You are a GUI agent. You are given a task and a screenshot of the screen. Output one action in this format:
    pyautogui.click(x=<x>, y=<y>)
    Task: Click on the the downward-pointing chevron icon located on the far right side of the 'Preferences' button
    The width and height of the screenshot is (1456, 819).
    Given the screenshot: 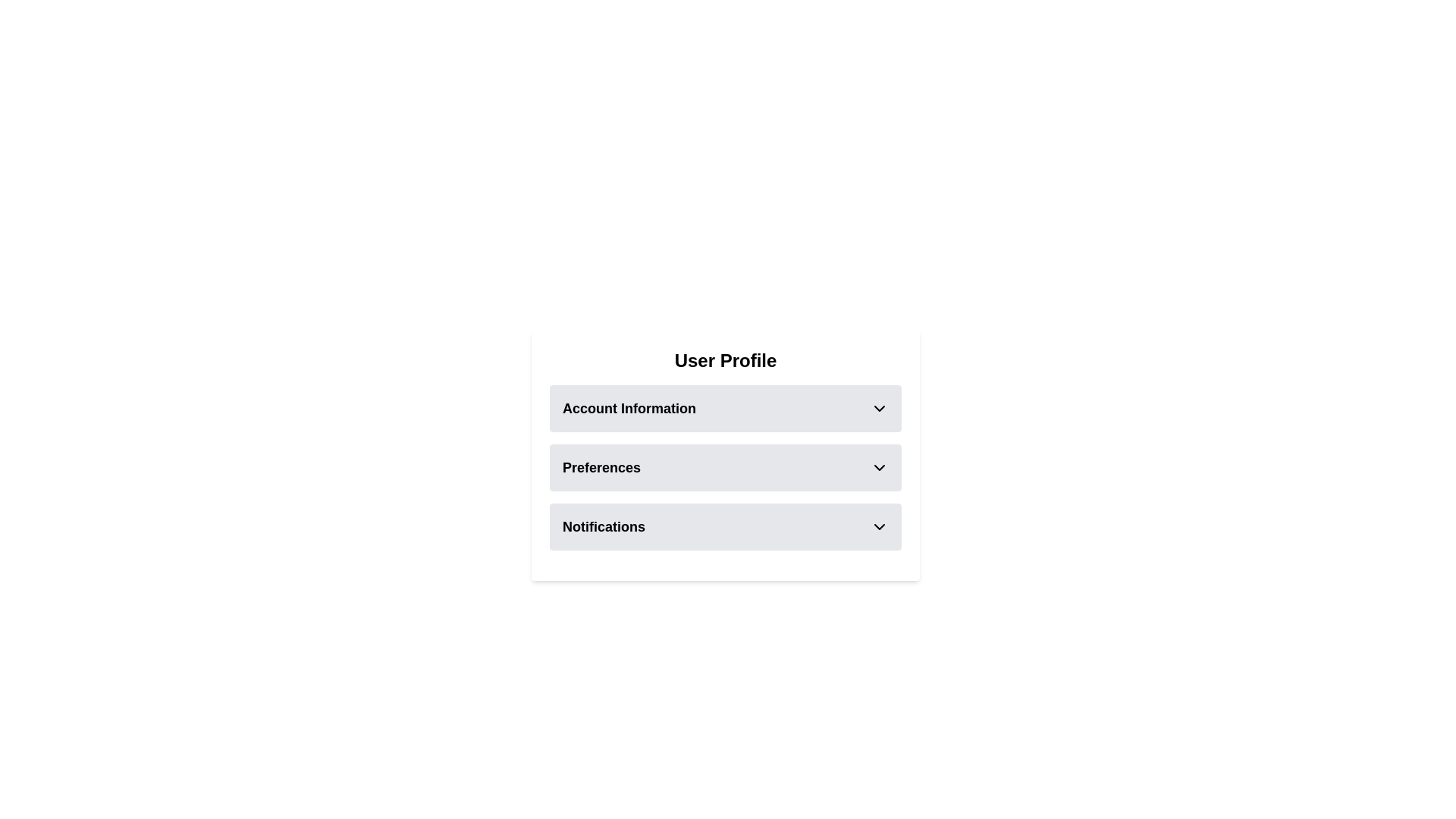 What is the action you would take?
    pyautogui.click(x=880, y=467)
    